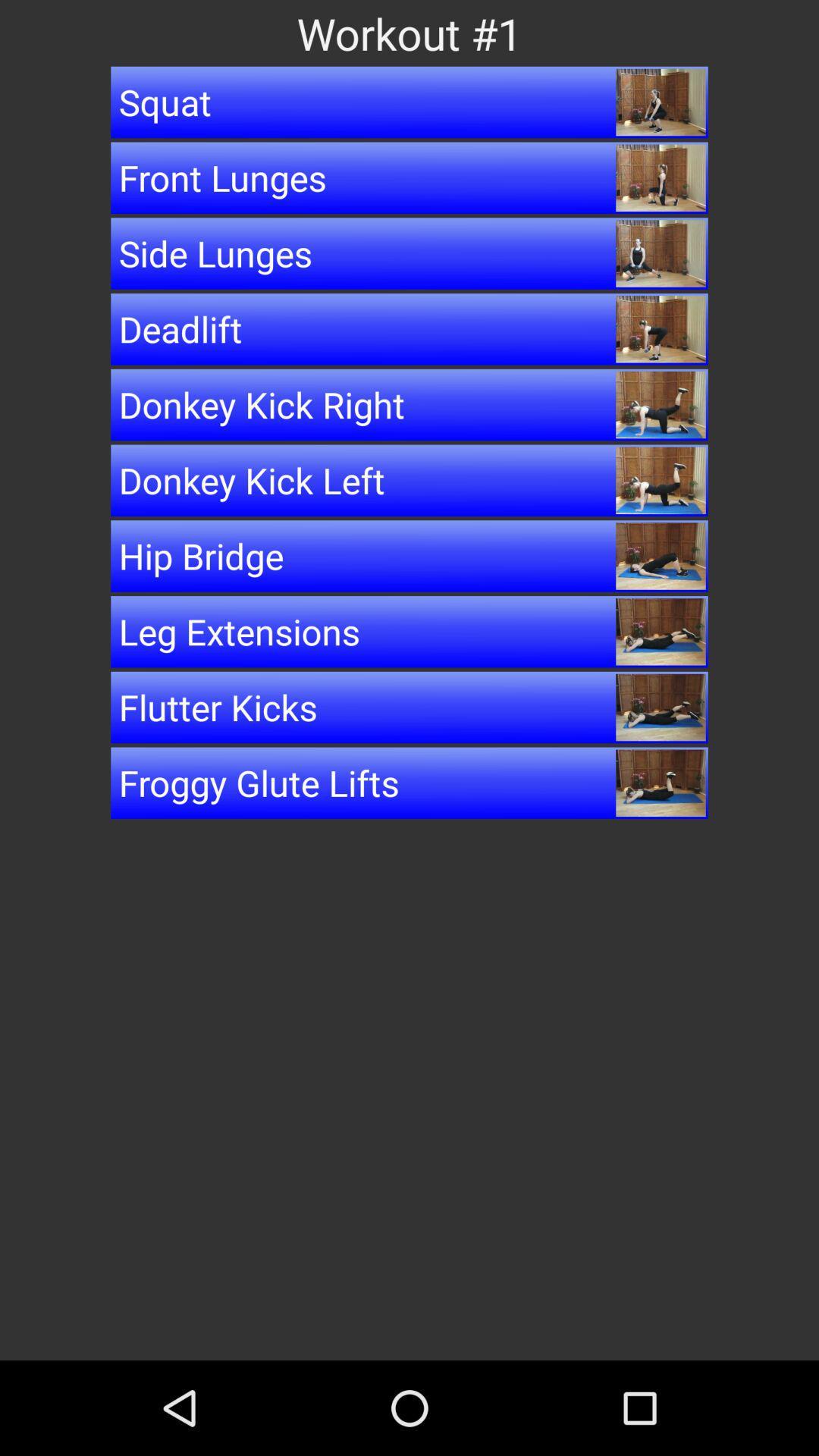 Image resolution: width=819 pixels, height=1456 pixels. Describe the element at coordinates (409, 253) in the screenshot. I see `the button above the deadlift` at that location.